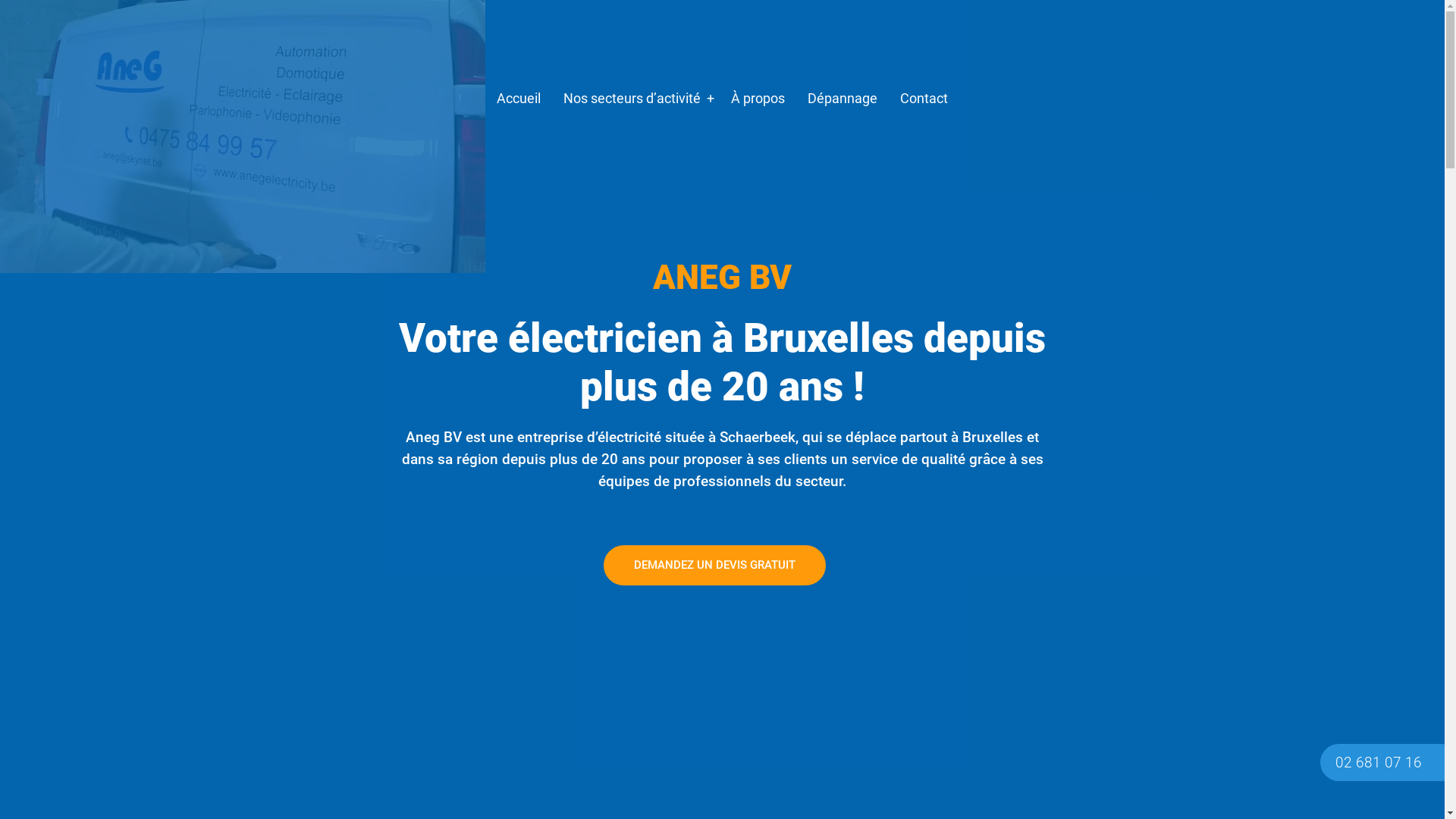 The image size is (1456, 819). What do you see at coordinates (714, 565) in the screenshot?
I see `'DEMANDEZ UN DEVIS GRATUIT'` at bounding box center [714, 565].